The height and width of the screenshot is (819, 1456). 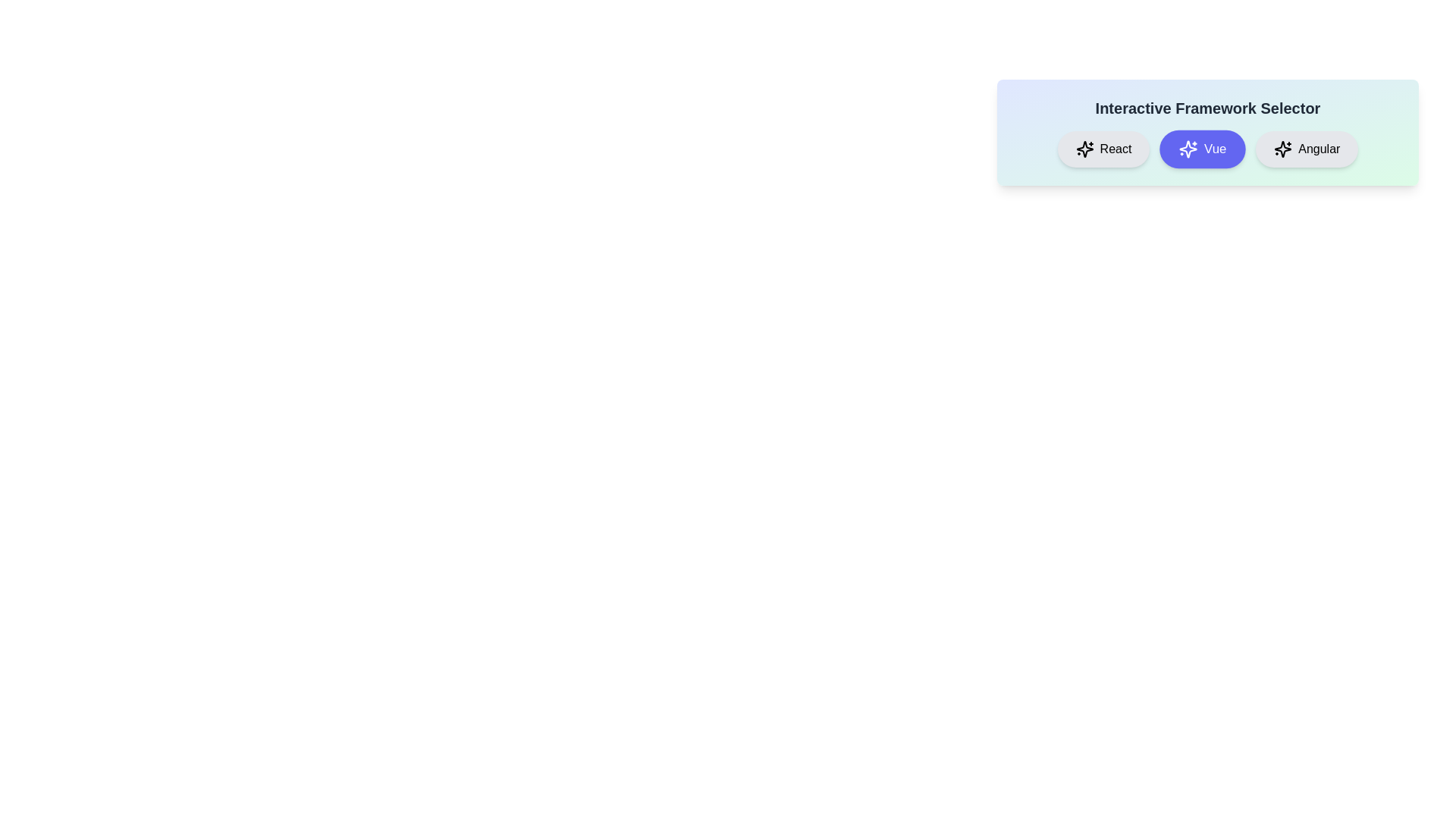 I want to click on the chip labeled Angular, so click(x=1306, y=149).